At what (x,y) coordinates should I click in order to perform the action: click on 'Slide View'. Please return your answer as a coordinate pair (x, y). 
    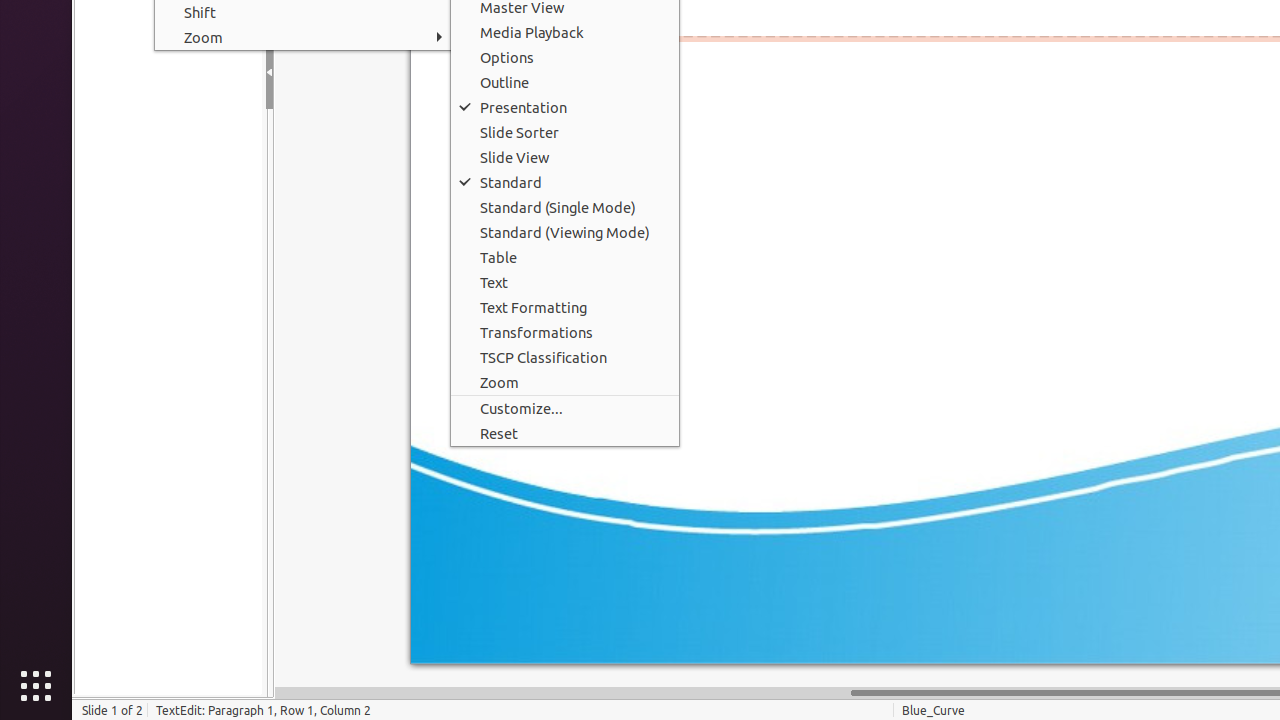
    Looking at the image, I should click on (563, 156).